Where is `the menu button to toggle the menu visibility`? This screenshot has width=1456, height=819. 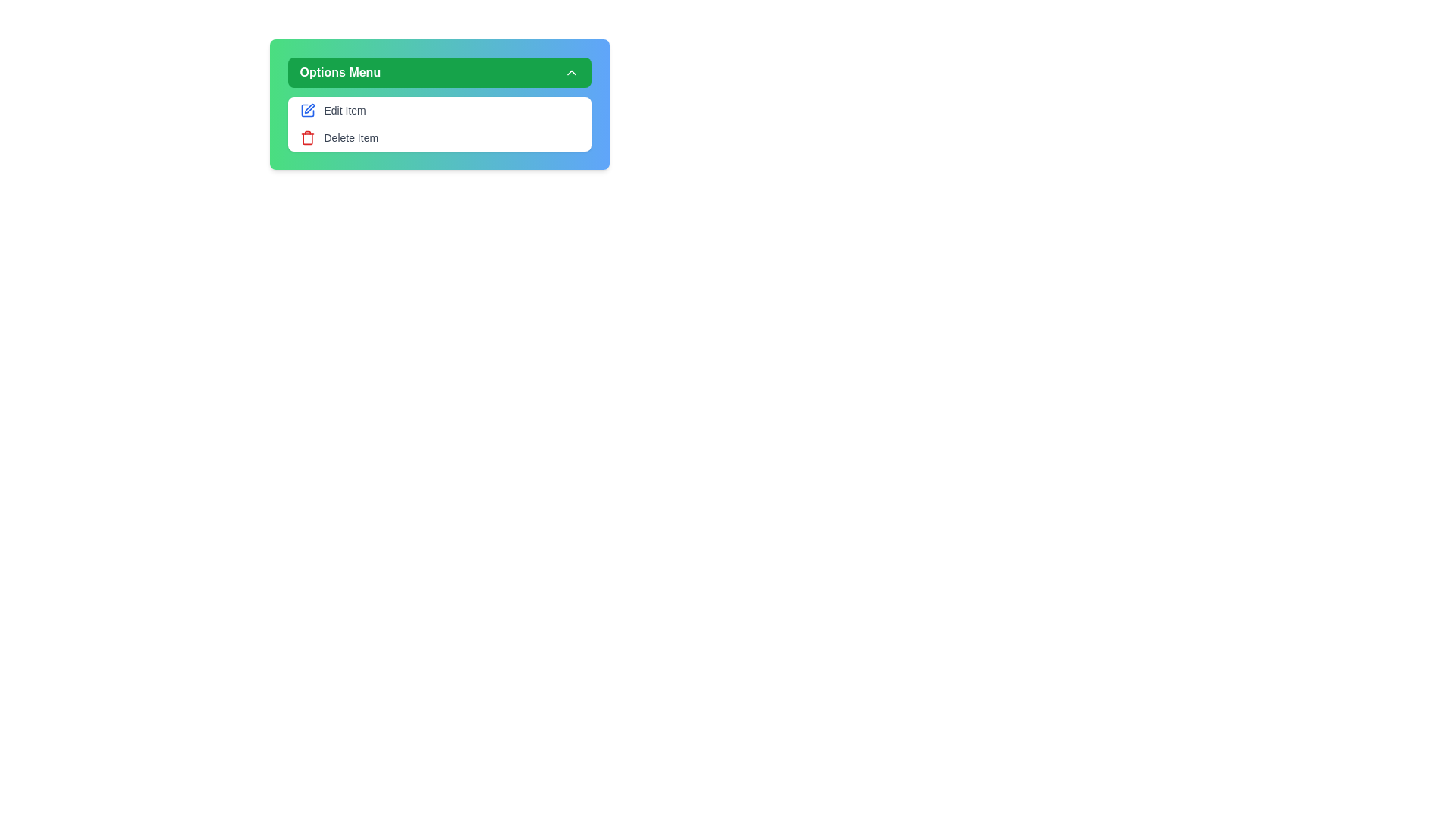 the menu button to toggle the menu visibility is located at coordinates (438, 73).